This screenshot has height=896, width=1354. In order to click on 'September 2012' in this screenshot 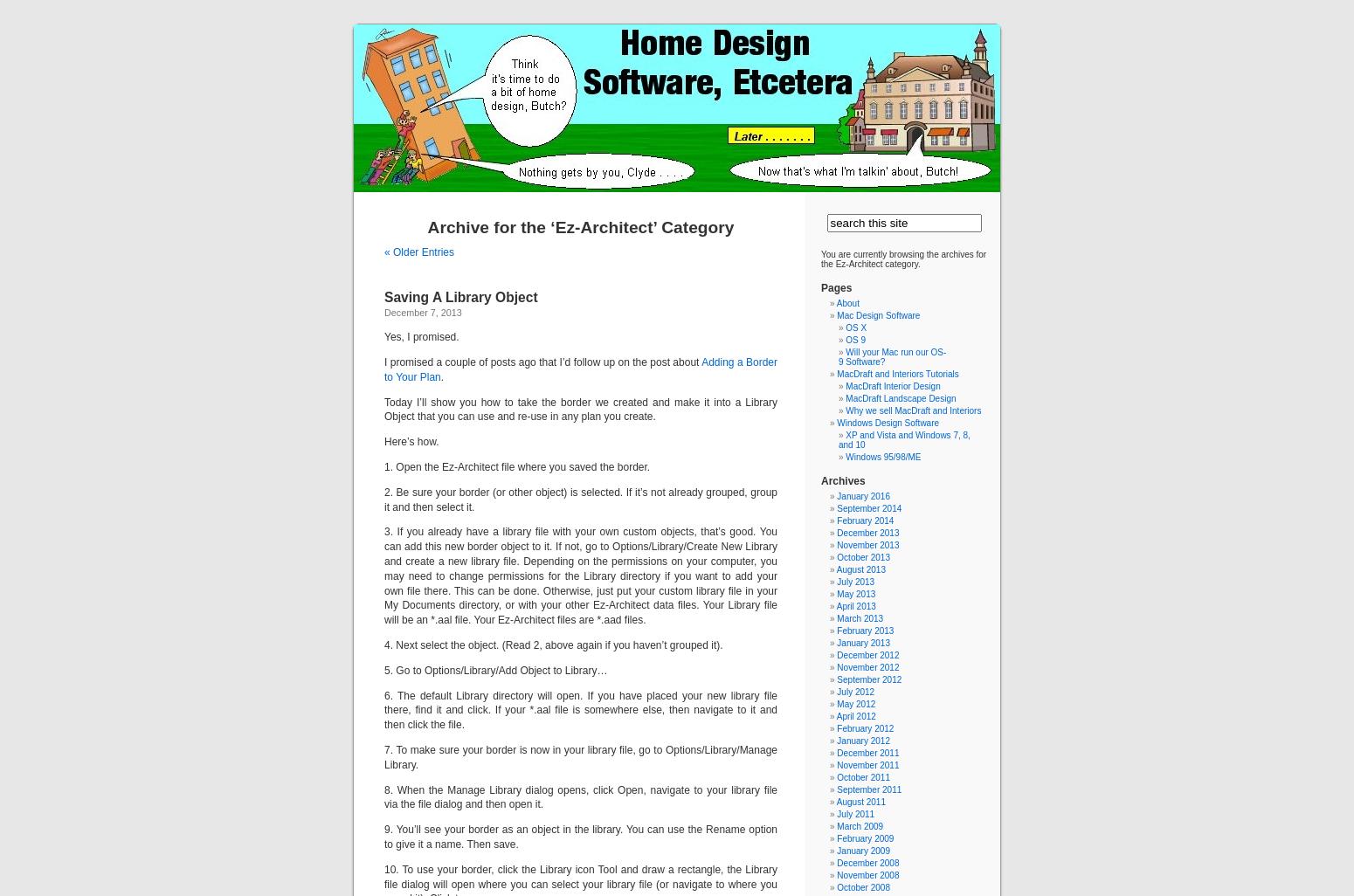, I will do `click(867, 679)`.